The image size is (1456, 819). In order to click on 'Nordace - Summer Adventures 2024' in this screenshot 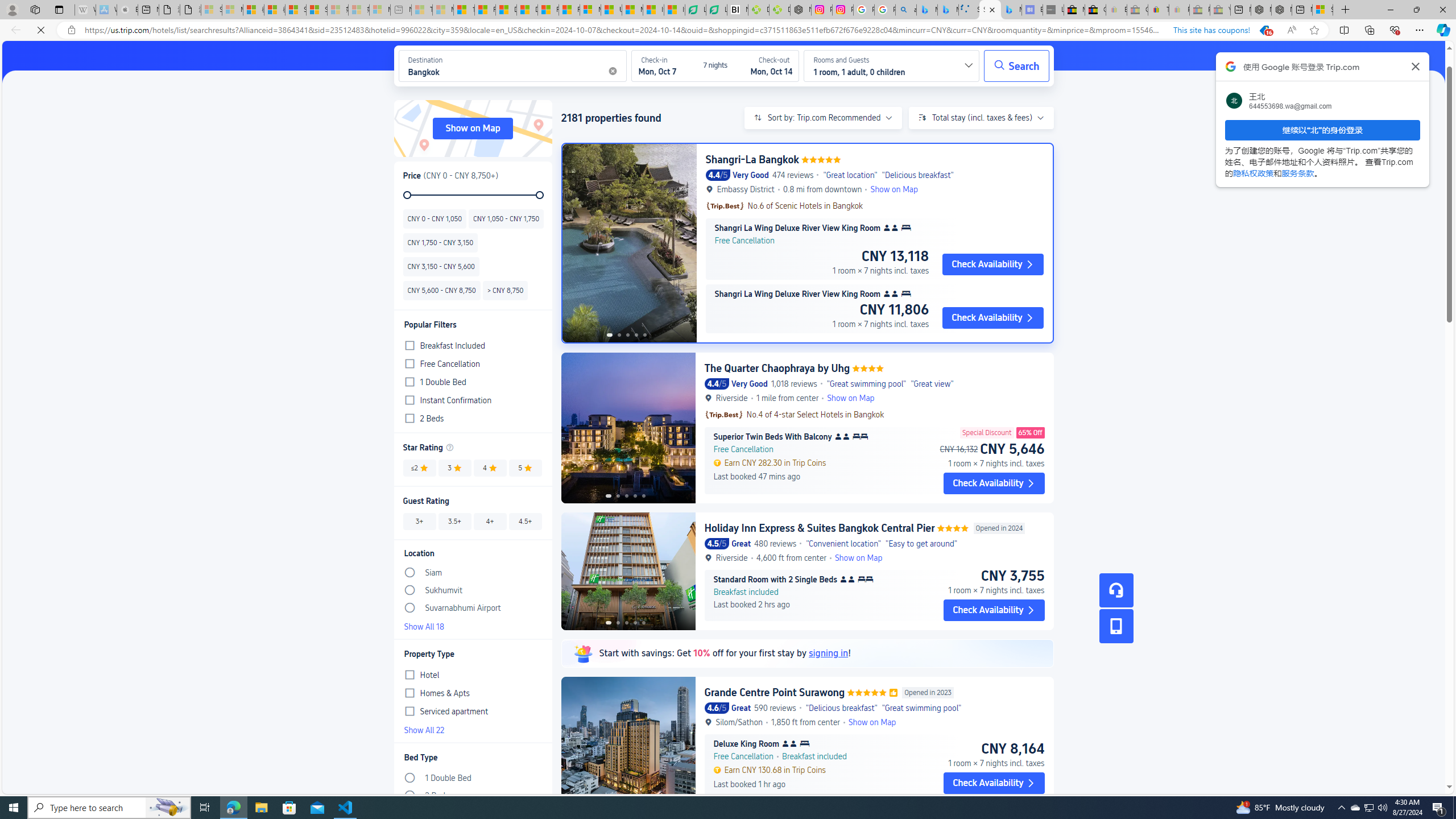, I will do `click(1282, 9)`.